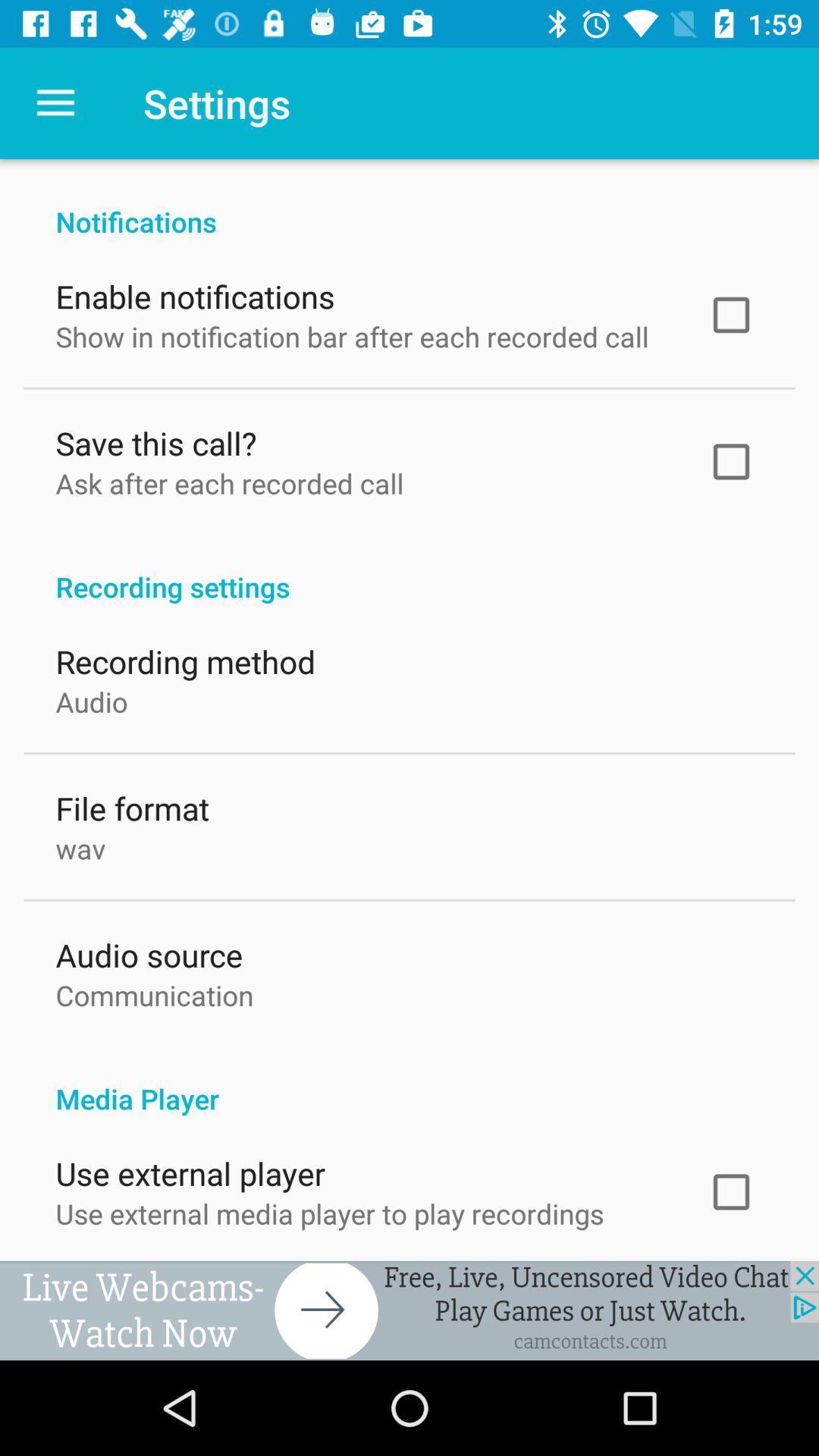 Image resolution: width=819 pixels, height=1456 pixels. I want to click on the enable notifications icon, so click(194, 293).